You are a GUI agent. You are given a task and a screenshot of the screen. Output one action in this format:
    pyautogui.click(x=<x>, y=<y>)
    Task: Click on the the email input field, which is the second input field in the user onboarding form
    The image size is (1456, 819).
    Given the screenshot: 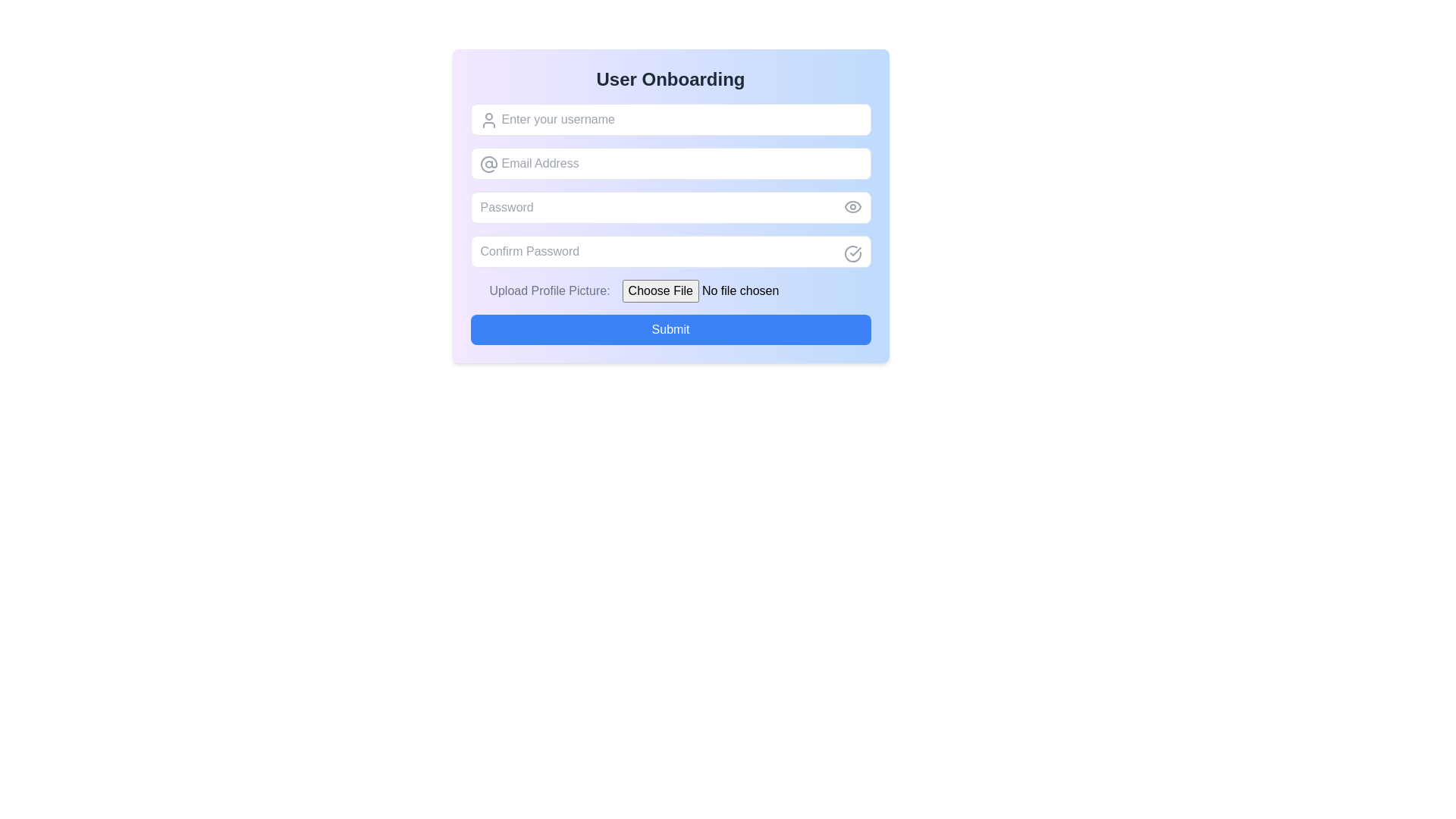 What is the action you would take?
    pyautogui.click(x=670, y=164)
    